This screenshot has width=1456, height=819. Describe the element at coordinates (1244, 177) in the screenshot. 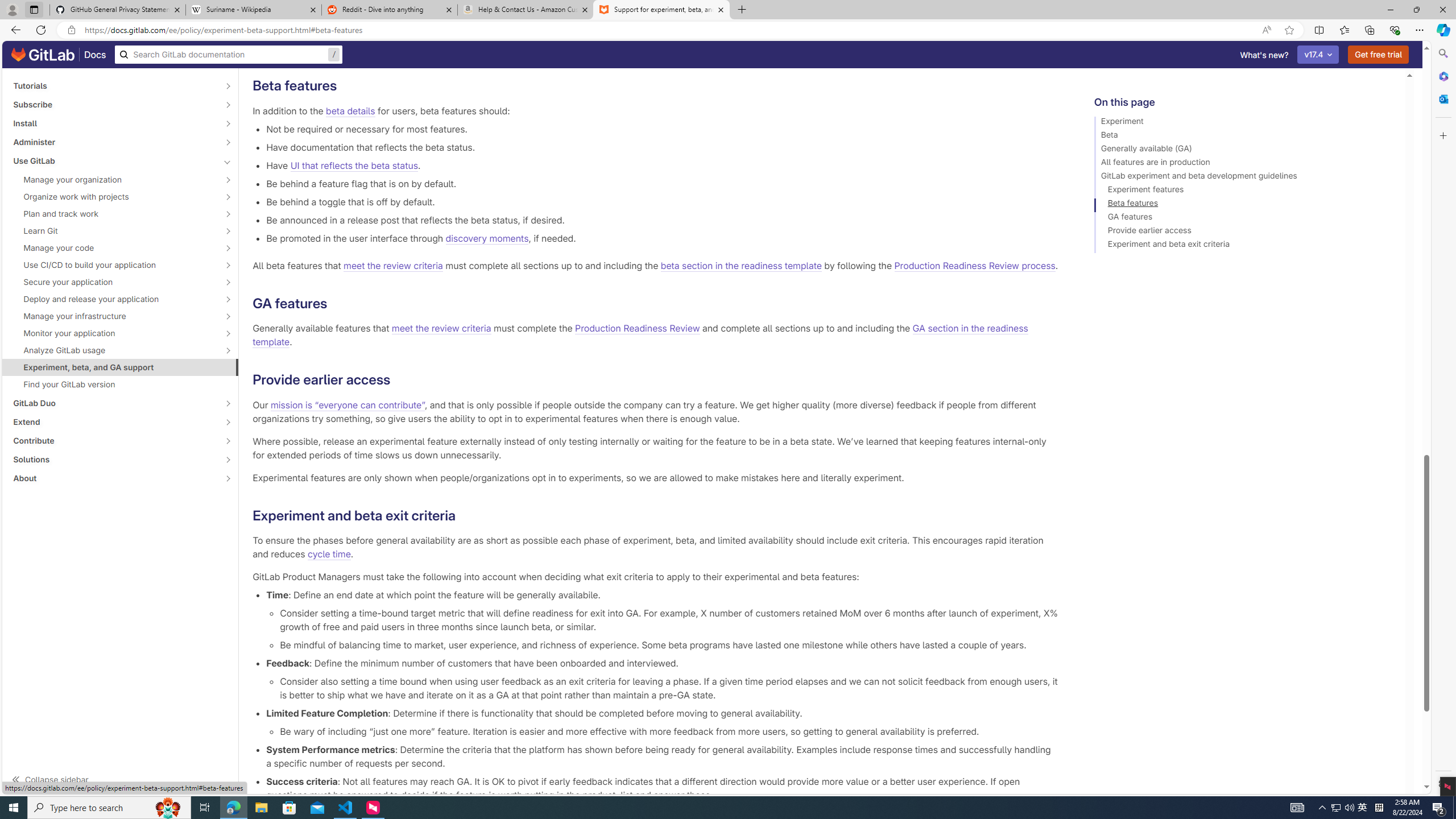

I see `'GitLab experiment and beta development guidelines'` at that location.